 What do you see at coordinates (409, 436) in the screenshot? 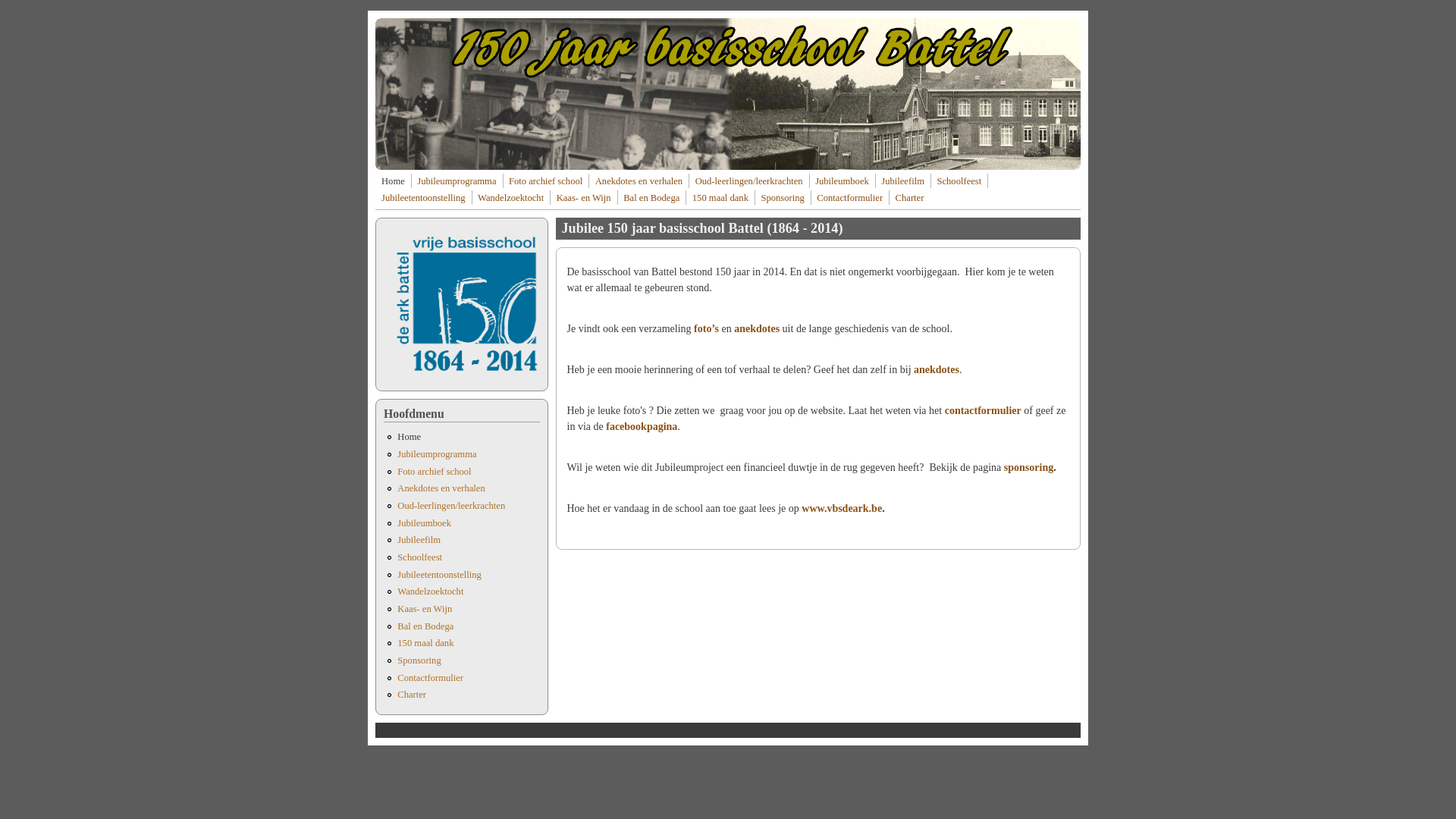
I see `'Home'` at bounding box center [409, 436].